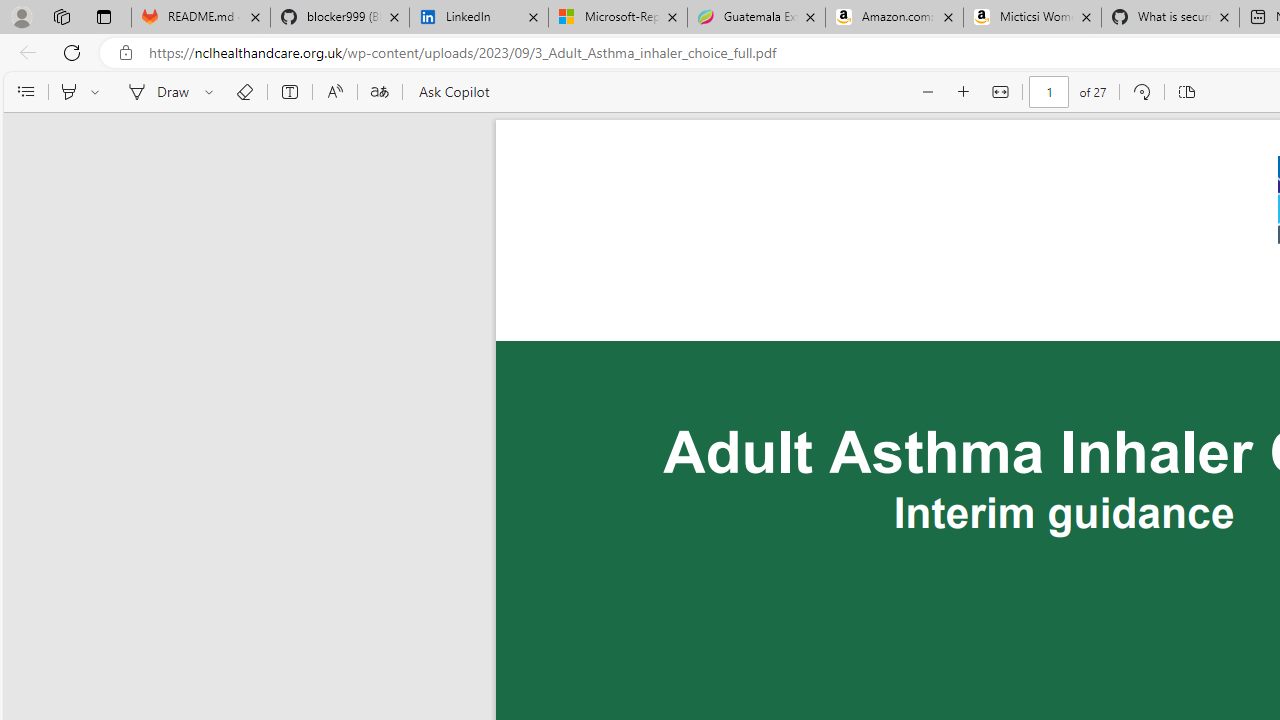  Describe the element at coordinates (243, 92) in the screenshot. I see `'Erase'` at that location.